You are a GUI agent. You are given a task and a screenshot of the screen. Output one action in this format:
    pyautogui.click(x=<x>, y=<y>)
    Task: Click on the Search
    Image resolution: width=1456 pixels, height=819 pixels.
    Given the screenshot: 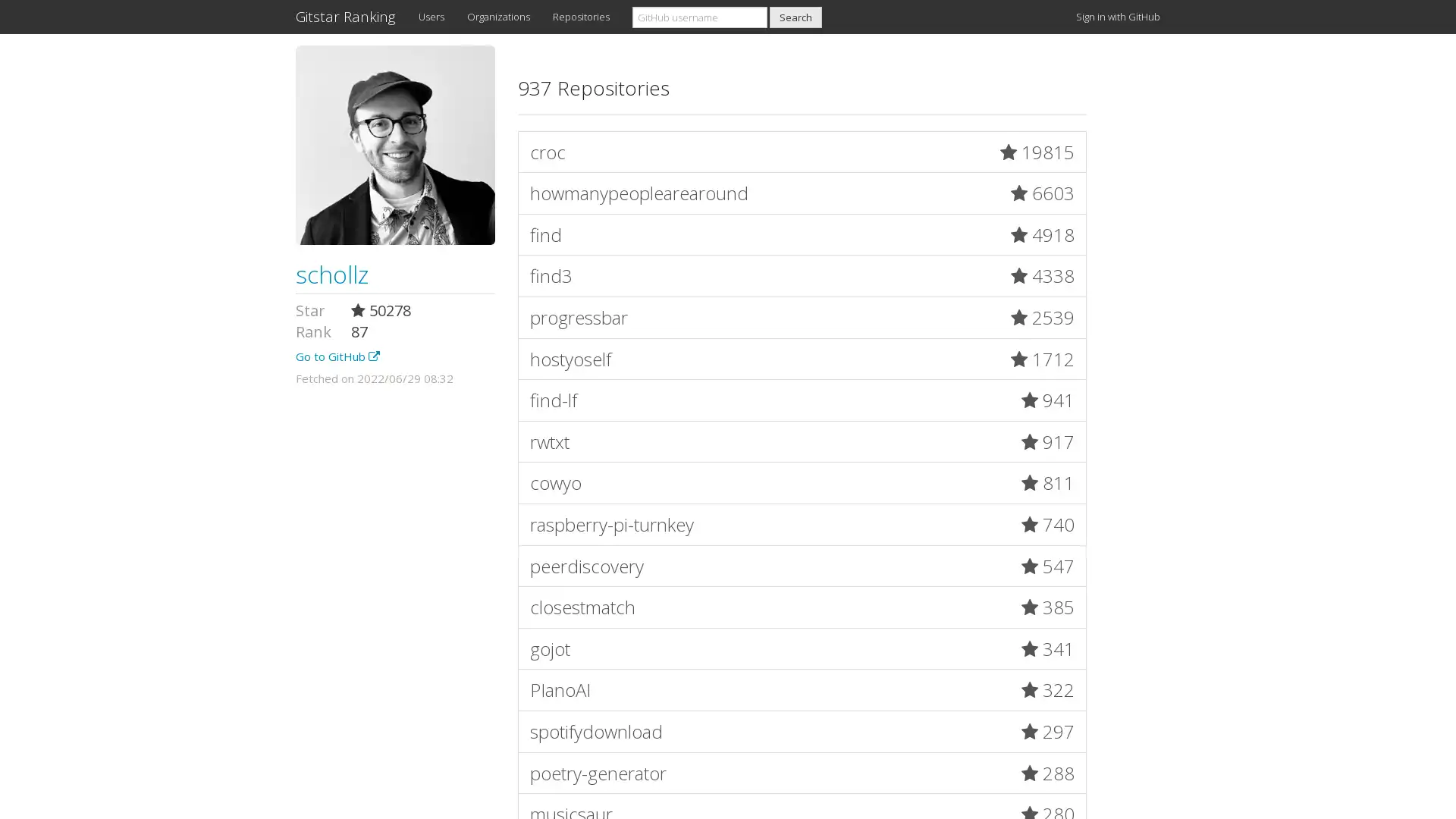 What is the action you would take?
    pyautogui.click(x=795, y=17)
    